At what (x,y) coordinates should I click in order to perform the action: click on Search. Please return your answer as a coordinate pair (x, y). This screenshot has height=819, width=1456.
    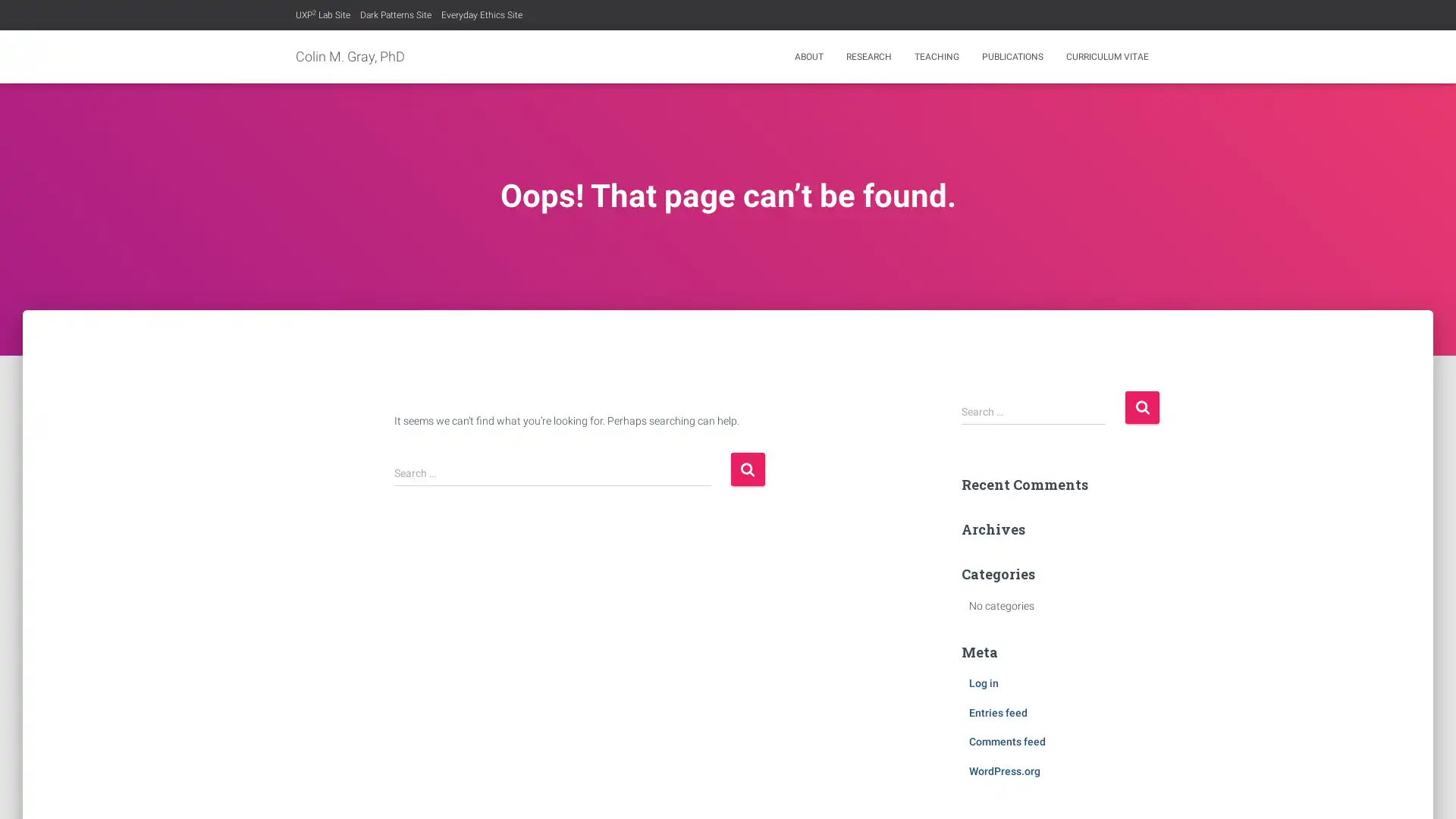
    Looking at the image, I should click on (747, 468).